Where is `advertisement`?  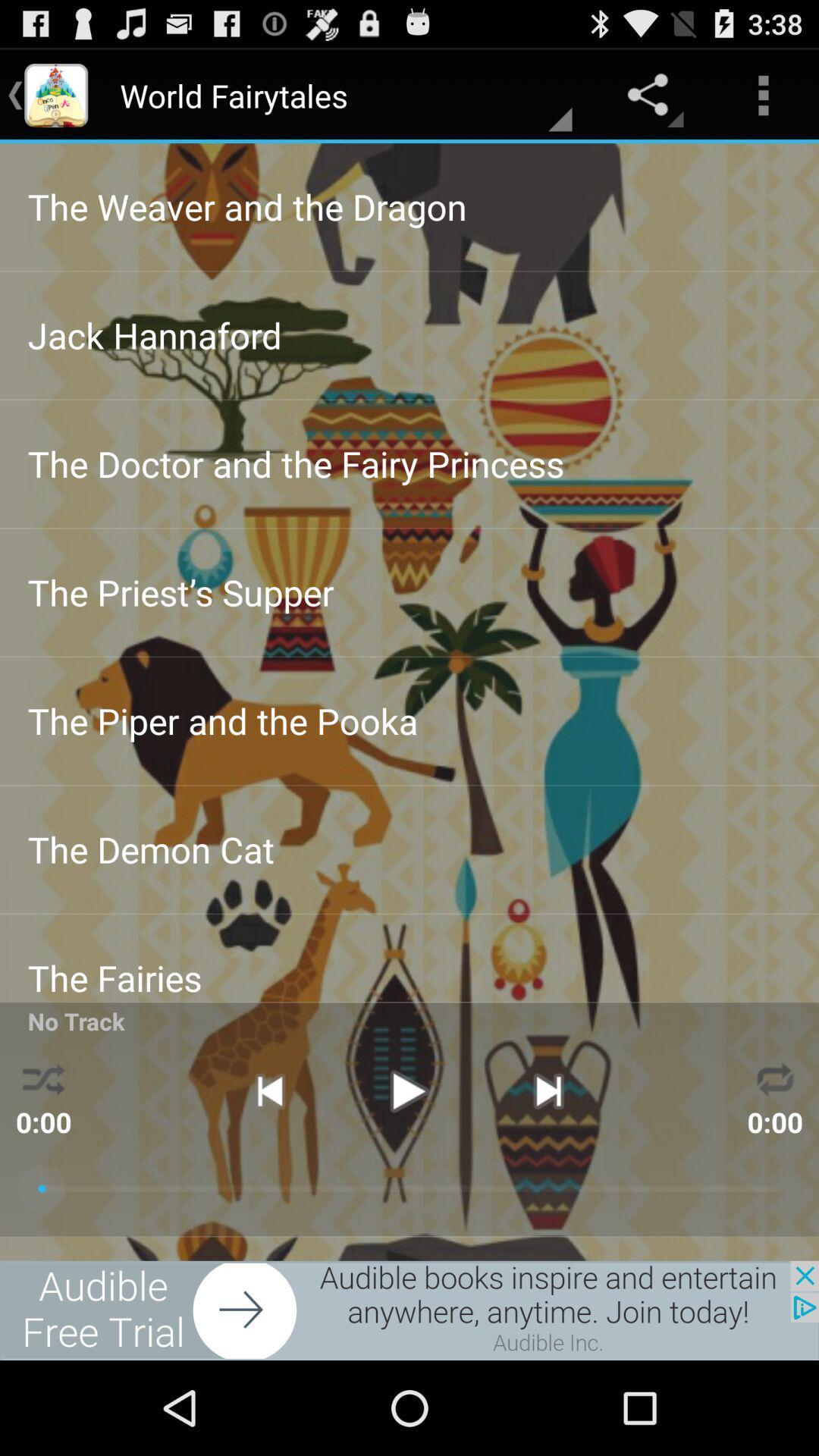 advertisement is located at coordinates (409, 1310).